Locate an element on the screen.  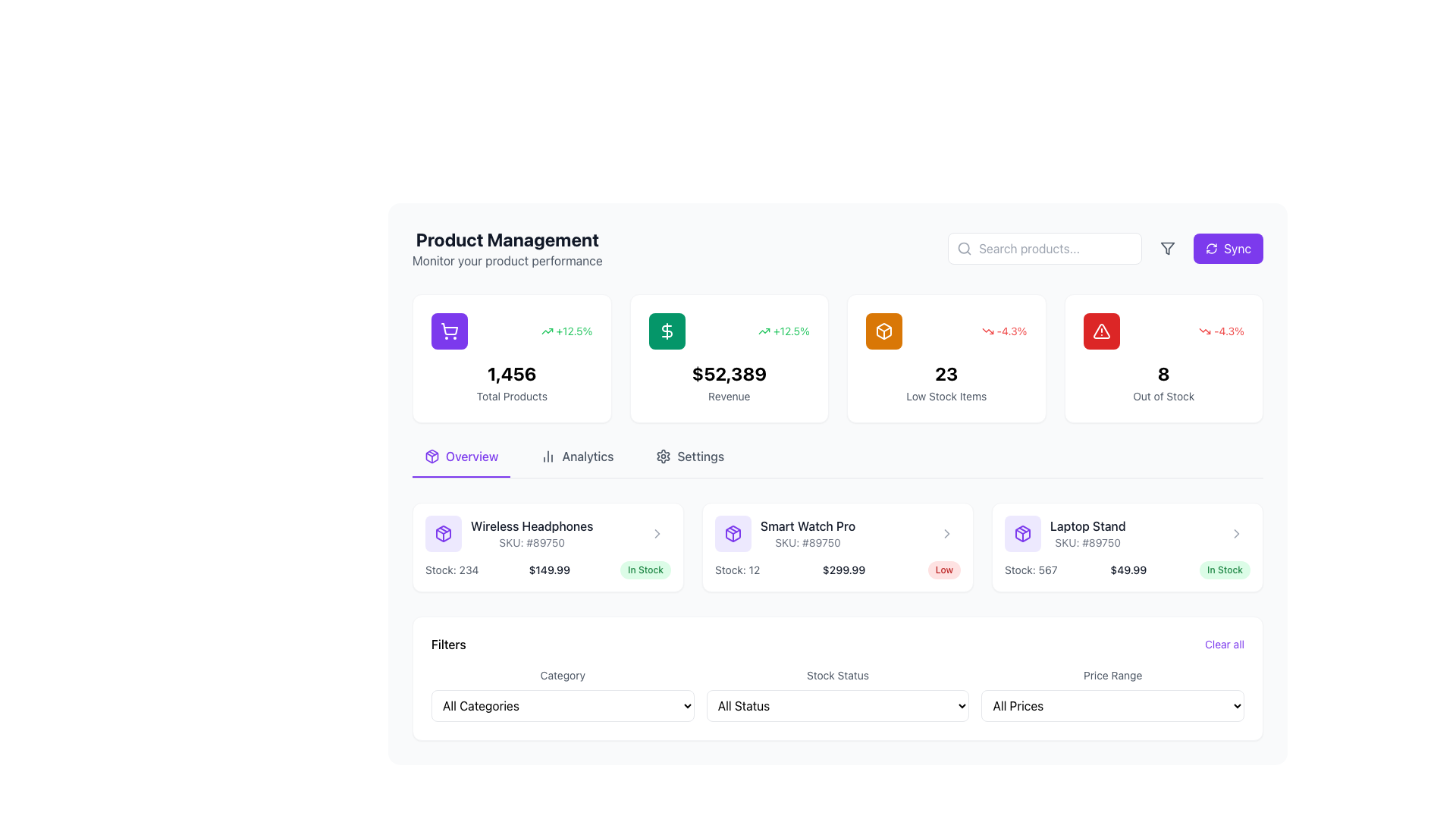
the magnifying glass icon representing the search function, located within the search input bar on the left side of the input field is located at coordinates (964, 247).